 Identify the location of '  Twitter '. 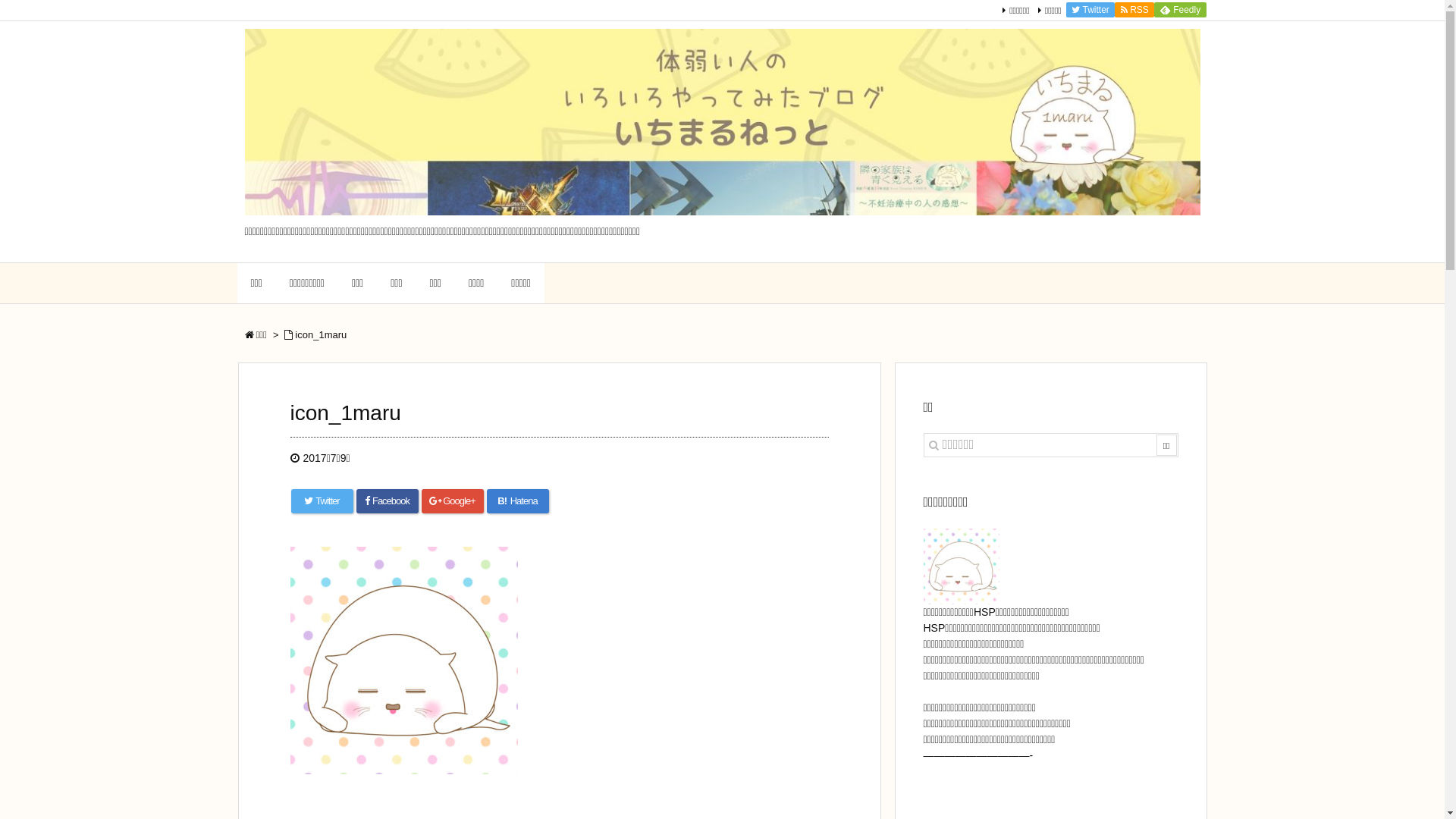
(1090, 9).